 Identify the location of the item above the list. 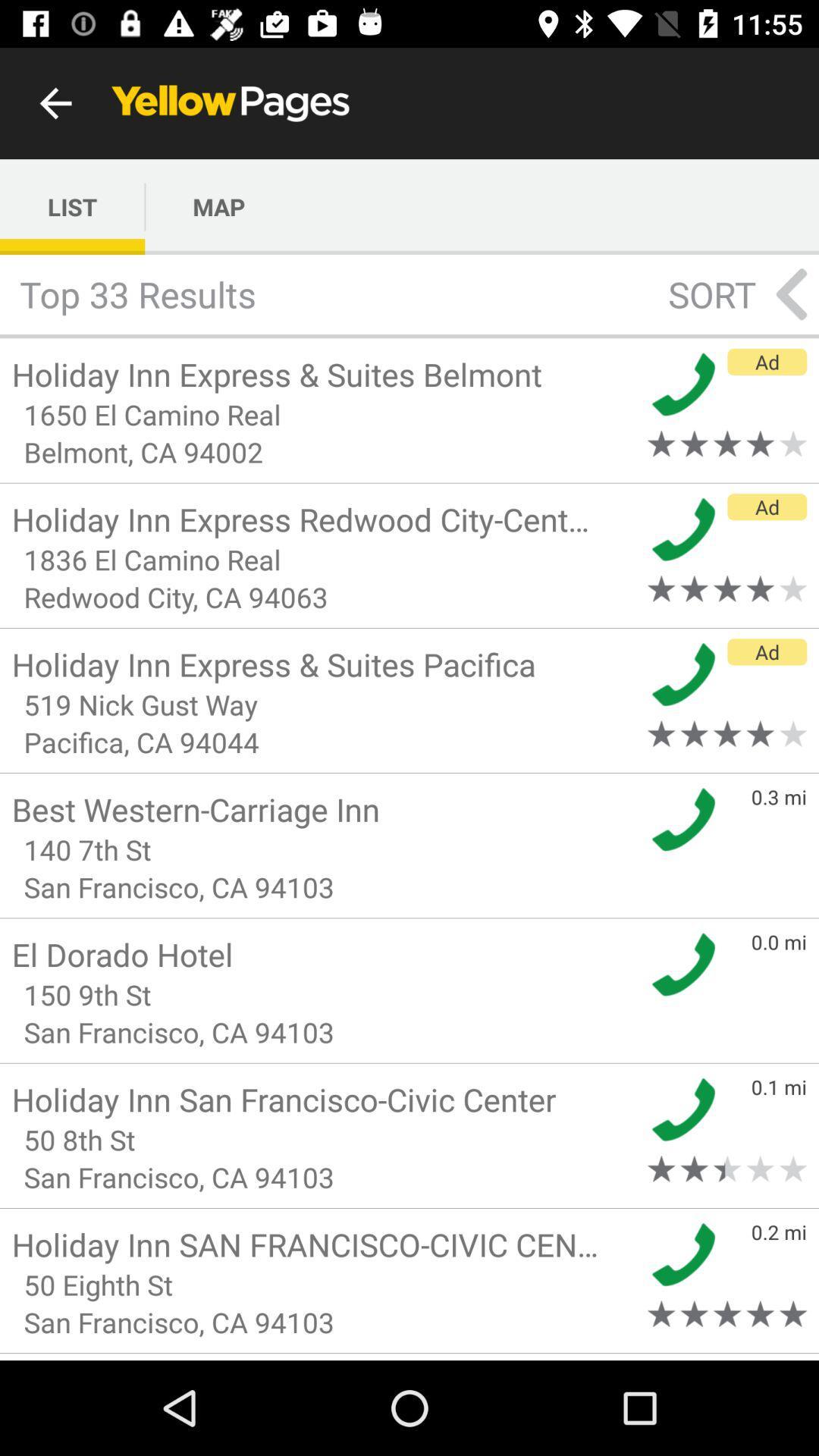
(55, 102).